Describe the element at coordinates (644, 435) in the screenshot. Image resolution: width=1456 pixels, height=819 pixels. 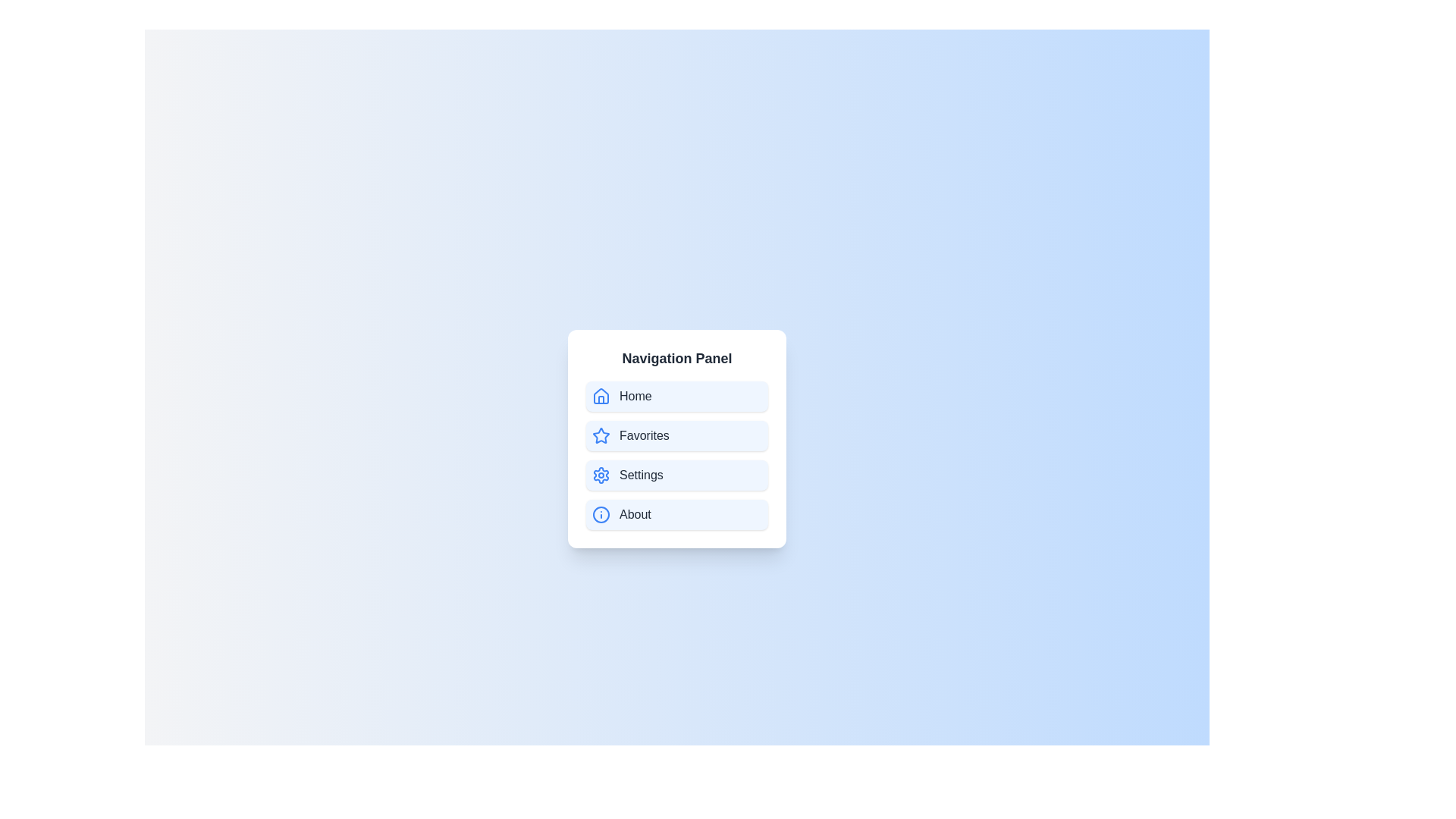
I see `the 'Favorites' text label located in the second entry of the navigation menu, which indicates access to the Favorites section` at that location.